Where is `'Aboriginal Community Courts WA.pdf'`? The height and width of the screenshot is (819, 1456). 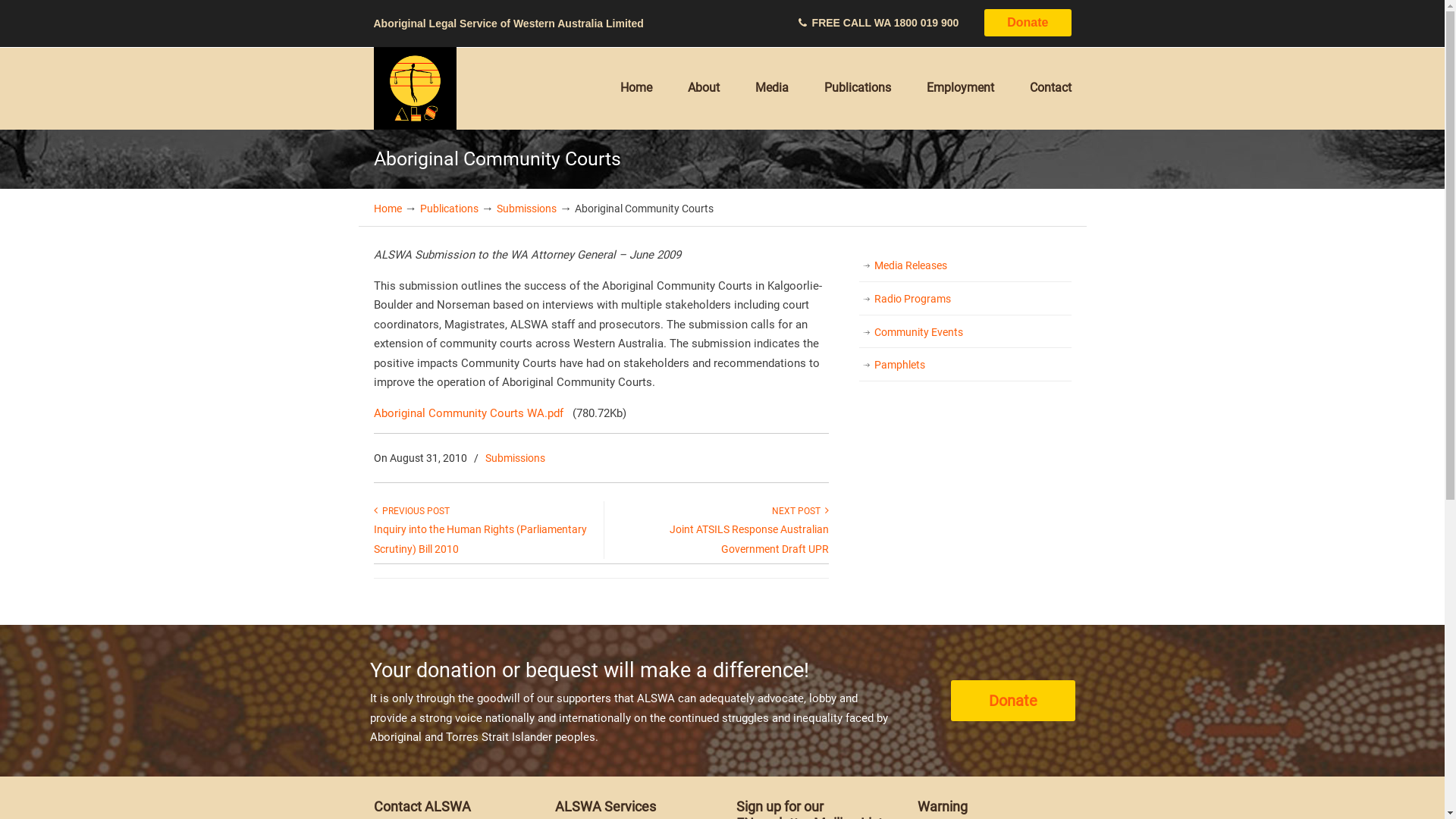 'Aboriginal Community Courts WA.pdf' is located at coordinates (467, 413).